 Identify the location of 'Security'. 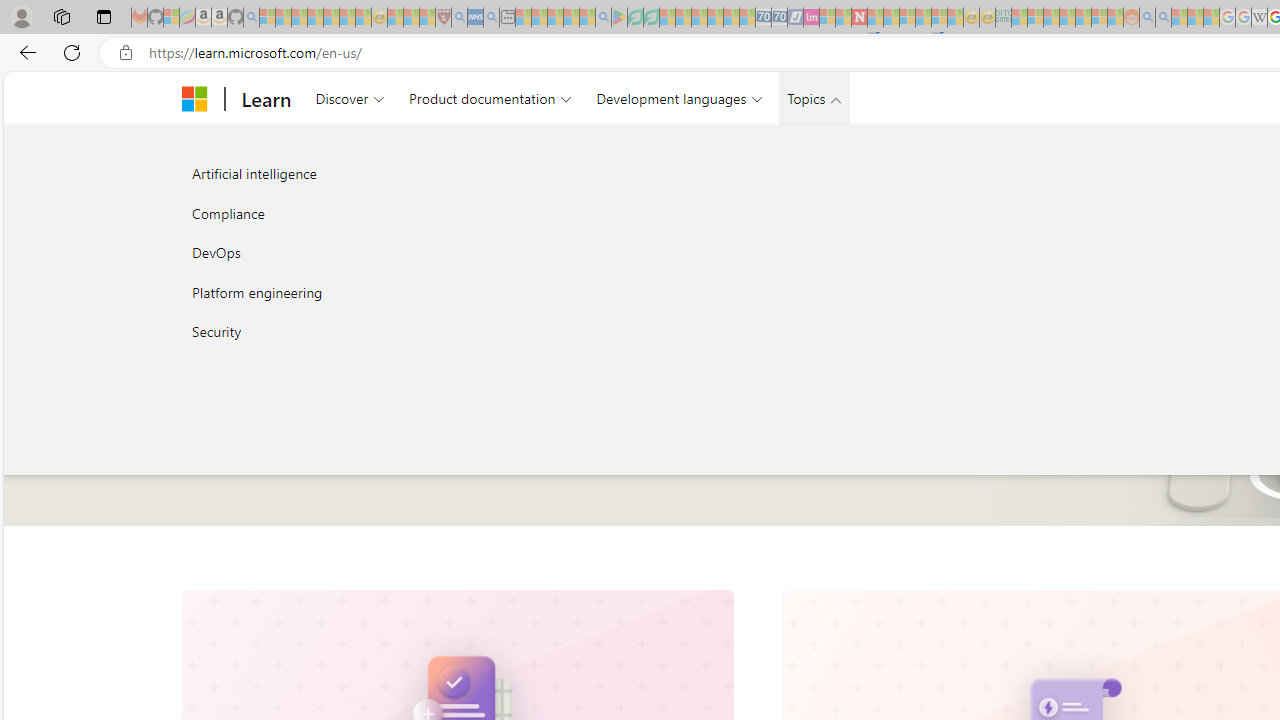
(394, 330).